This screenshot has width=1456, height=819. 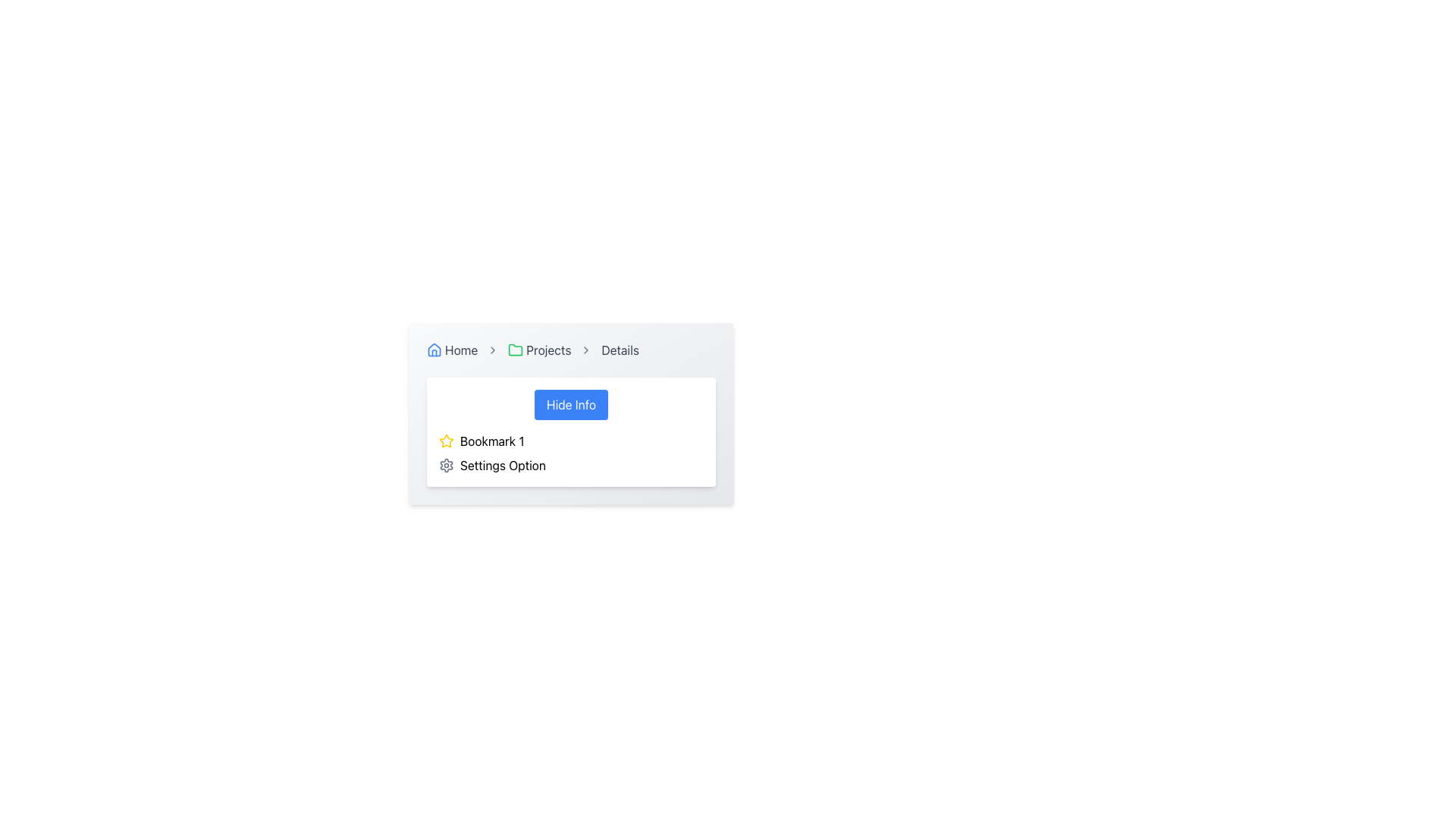 What do you see at coordinates (433, 350) in the screenshot?
I see `the navigational icon that serves as a link or indicator for the Home section, located to the left of the text 'Home'` at bounding box center [433, 350].